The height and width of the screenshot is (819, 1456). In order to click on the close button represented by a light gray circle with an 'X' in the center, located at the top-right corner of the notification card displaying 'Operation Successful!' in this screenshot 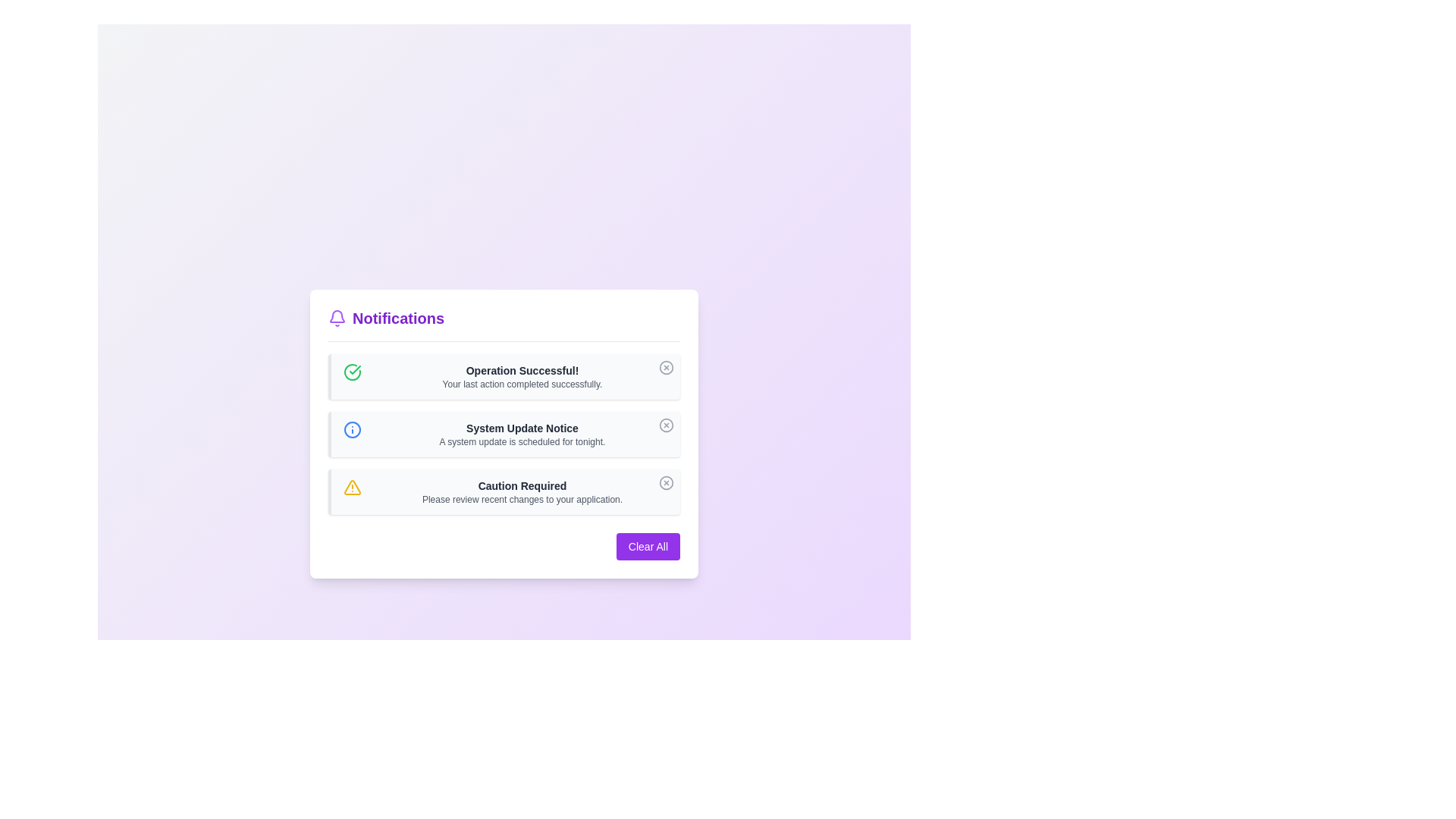, I will do `click(666, 367)`.